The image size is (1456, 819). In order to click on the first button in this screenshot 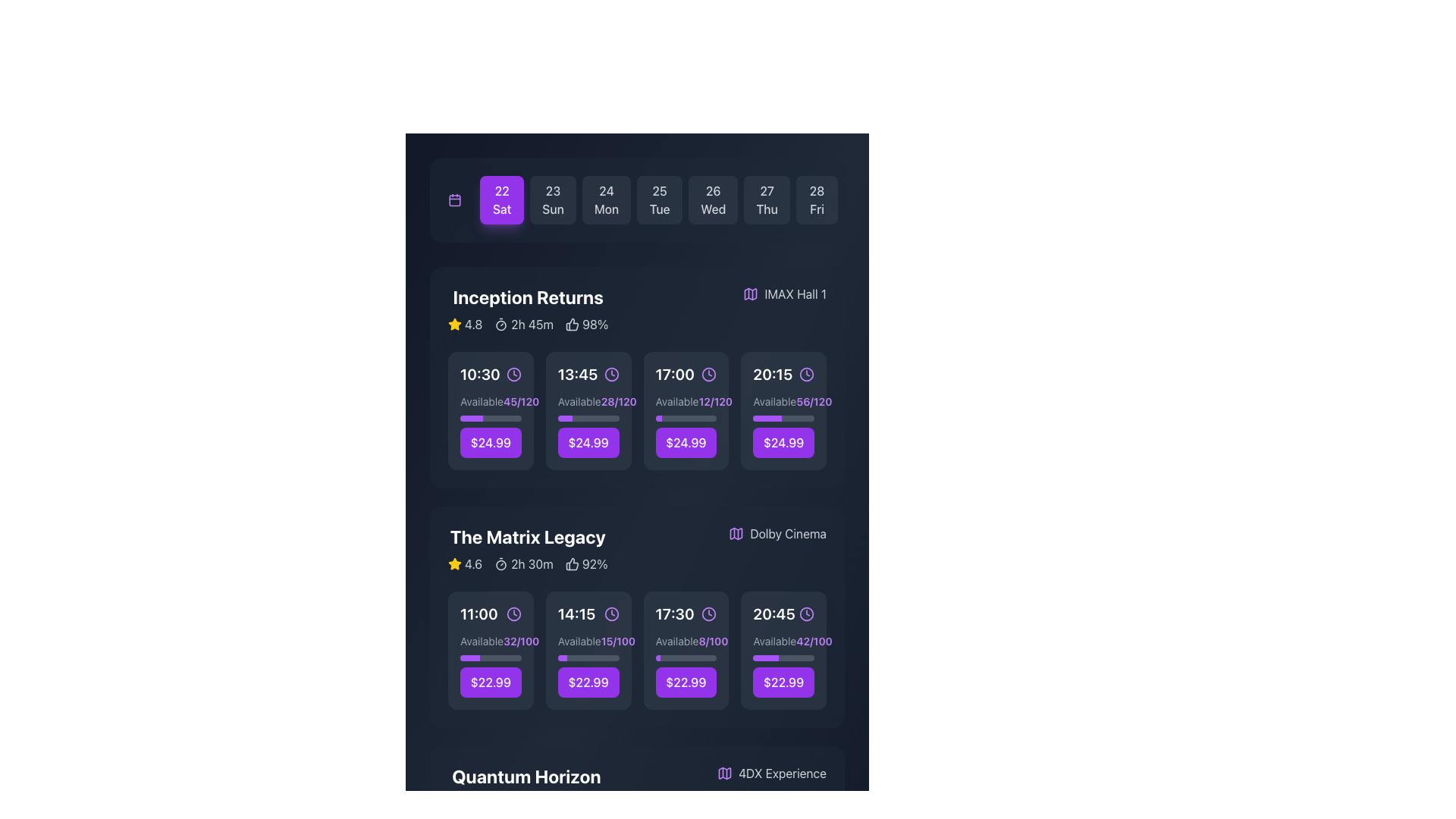, I will do `click(502, 199)`.